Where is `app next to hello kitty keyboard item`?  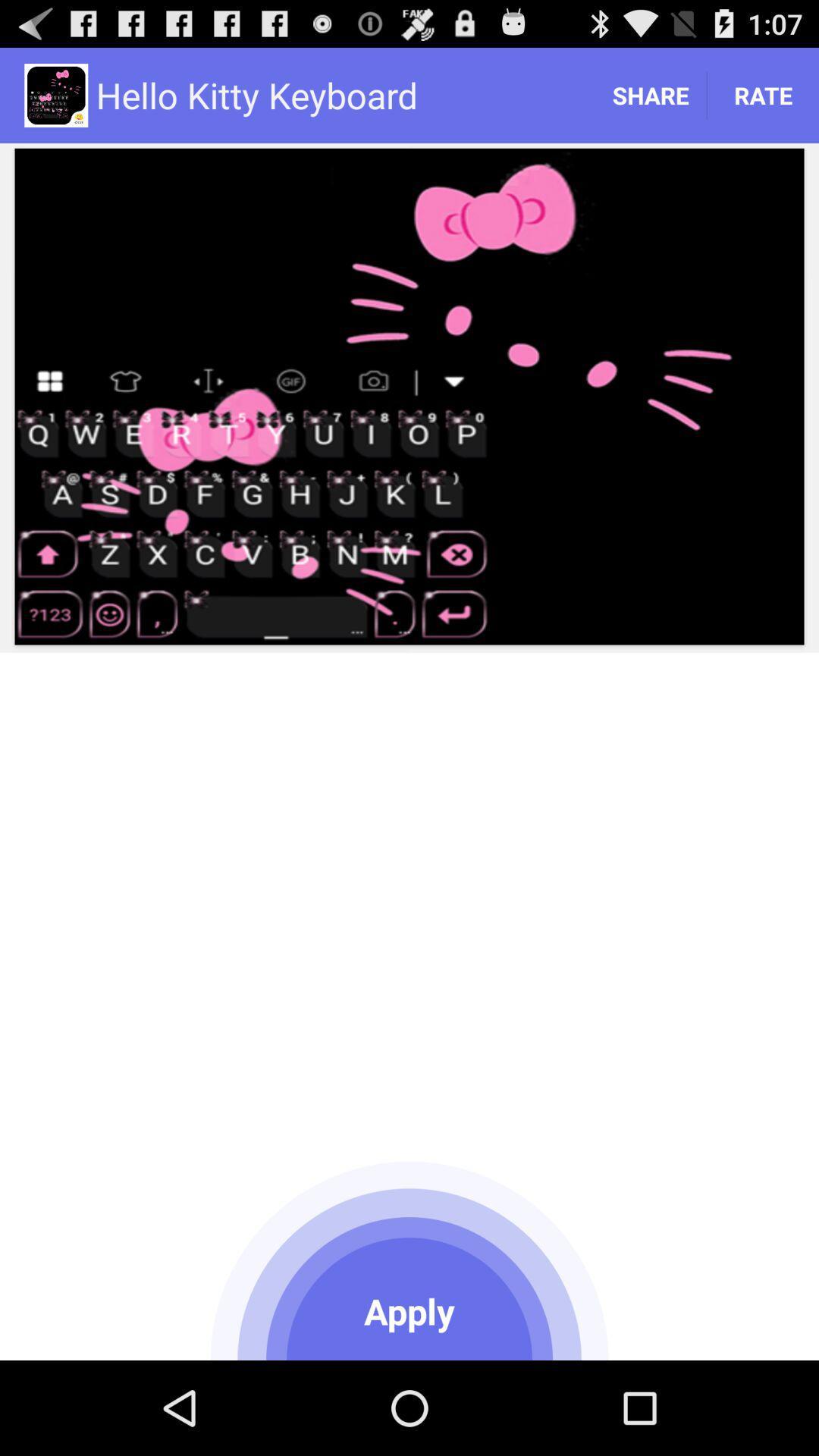 app next to hello kitty keyboard item is located at coordinates (649, 94).